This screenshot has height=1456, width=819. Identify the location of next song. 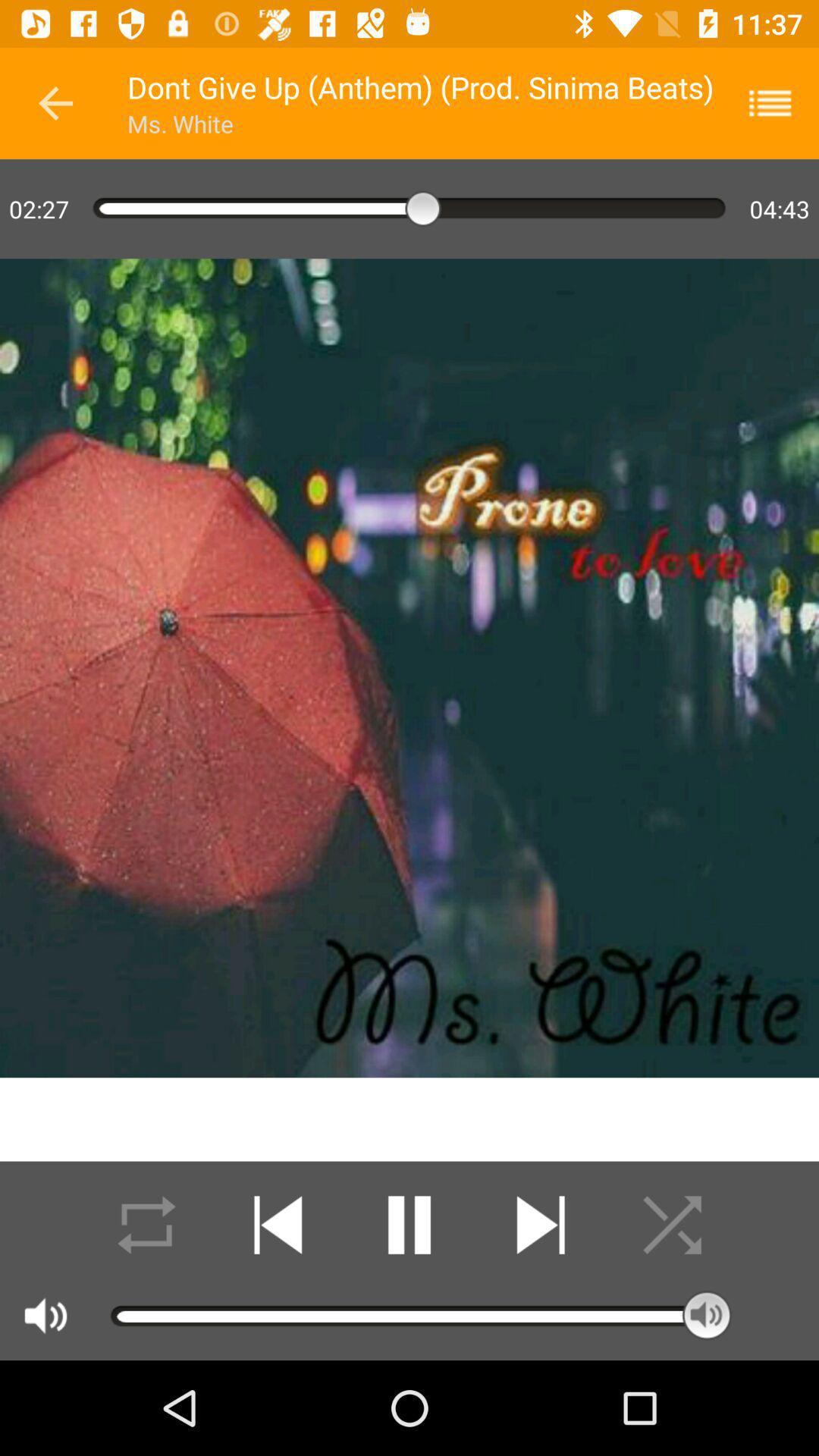
(540, 1225).